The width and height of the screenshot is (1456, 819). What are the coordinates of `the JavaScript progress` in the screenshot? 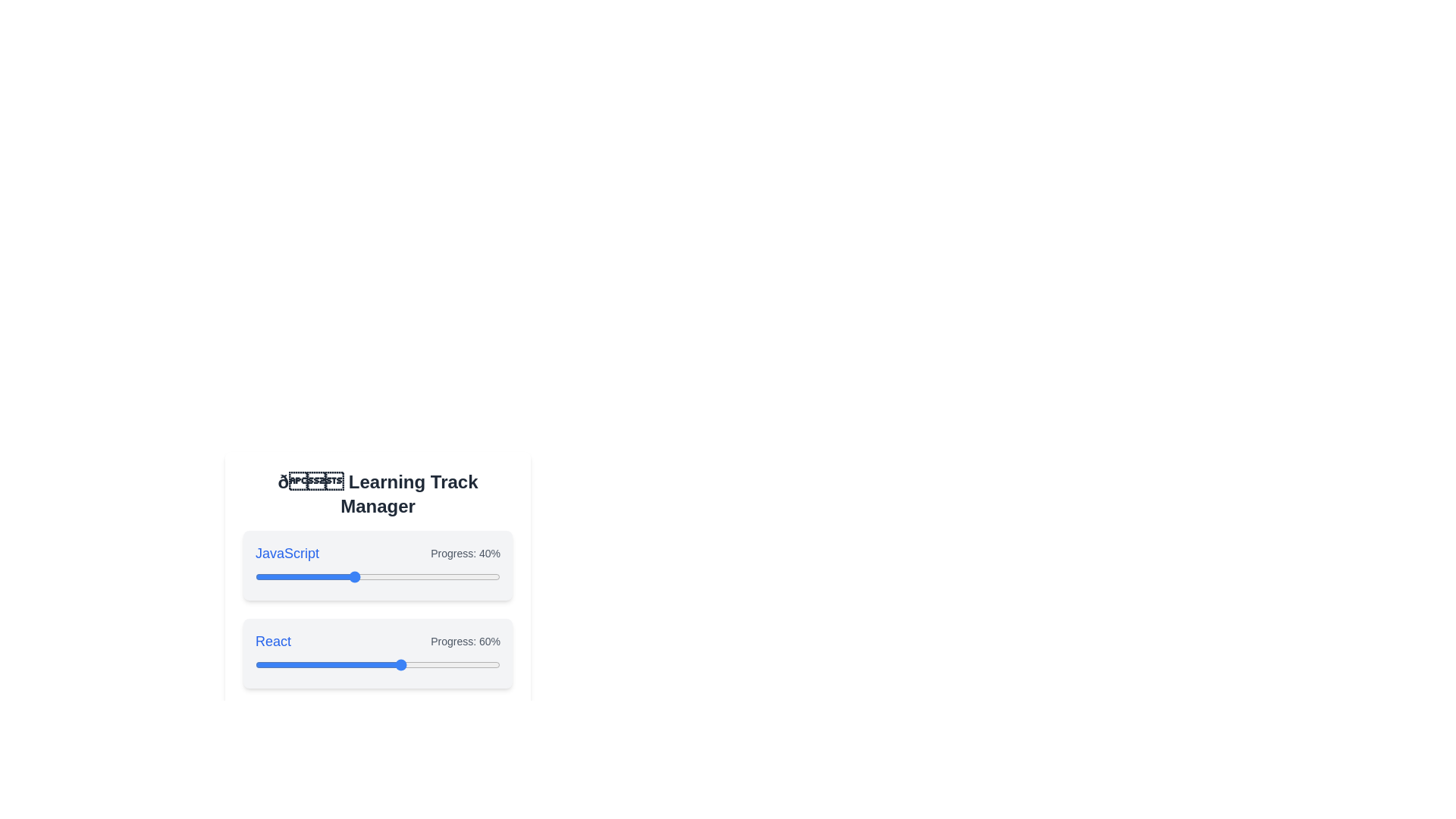 It's located at (278, 576).